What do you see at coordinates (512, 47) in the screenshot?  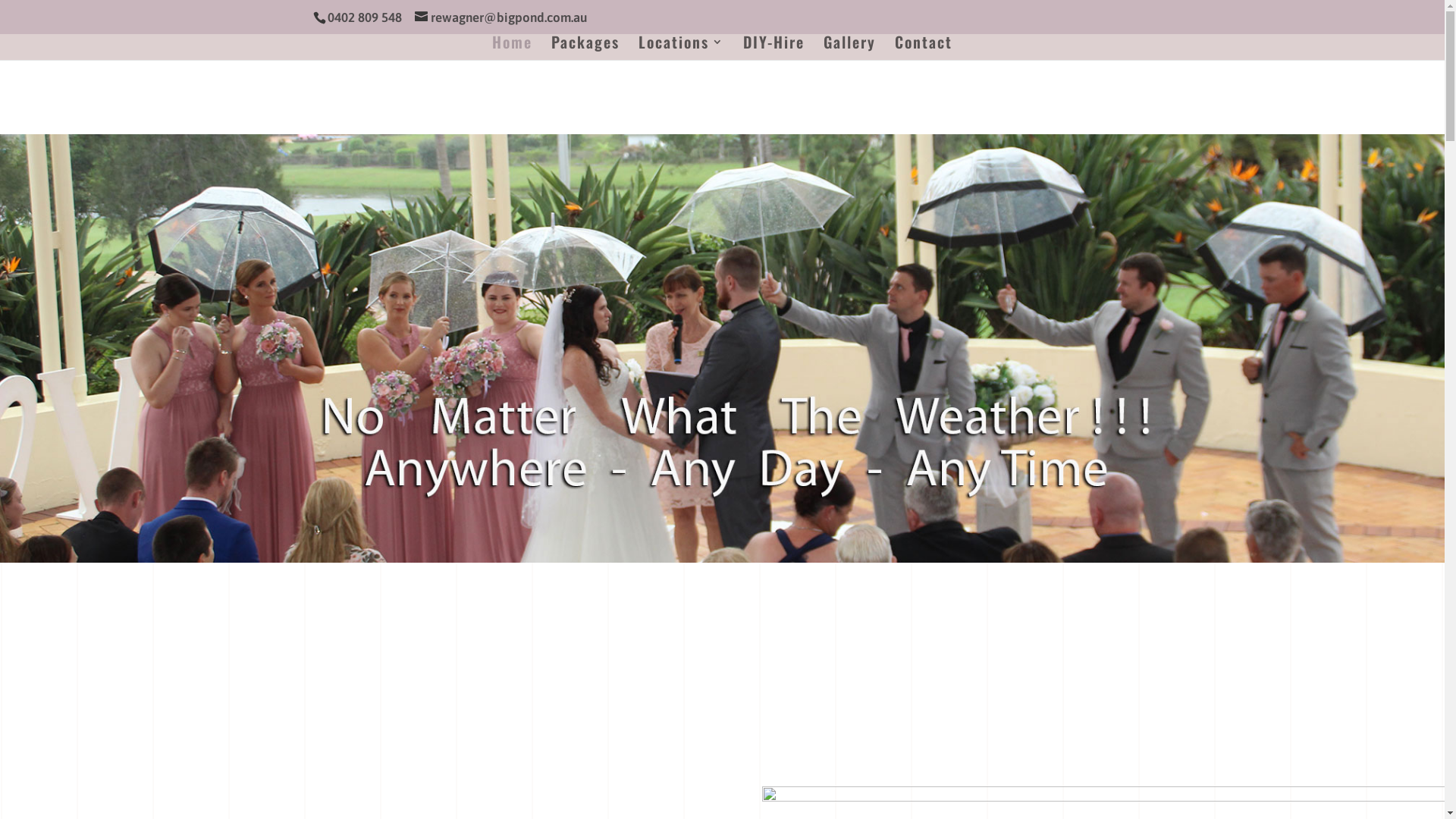 I see `'Home'` at bounding box center [512, 47].